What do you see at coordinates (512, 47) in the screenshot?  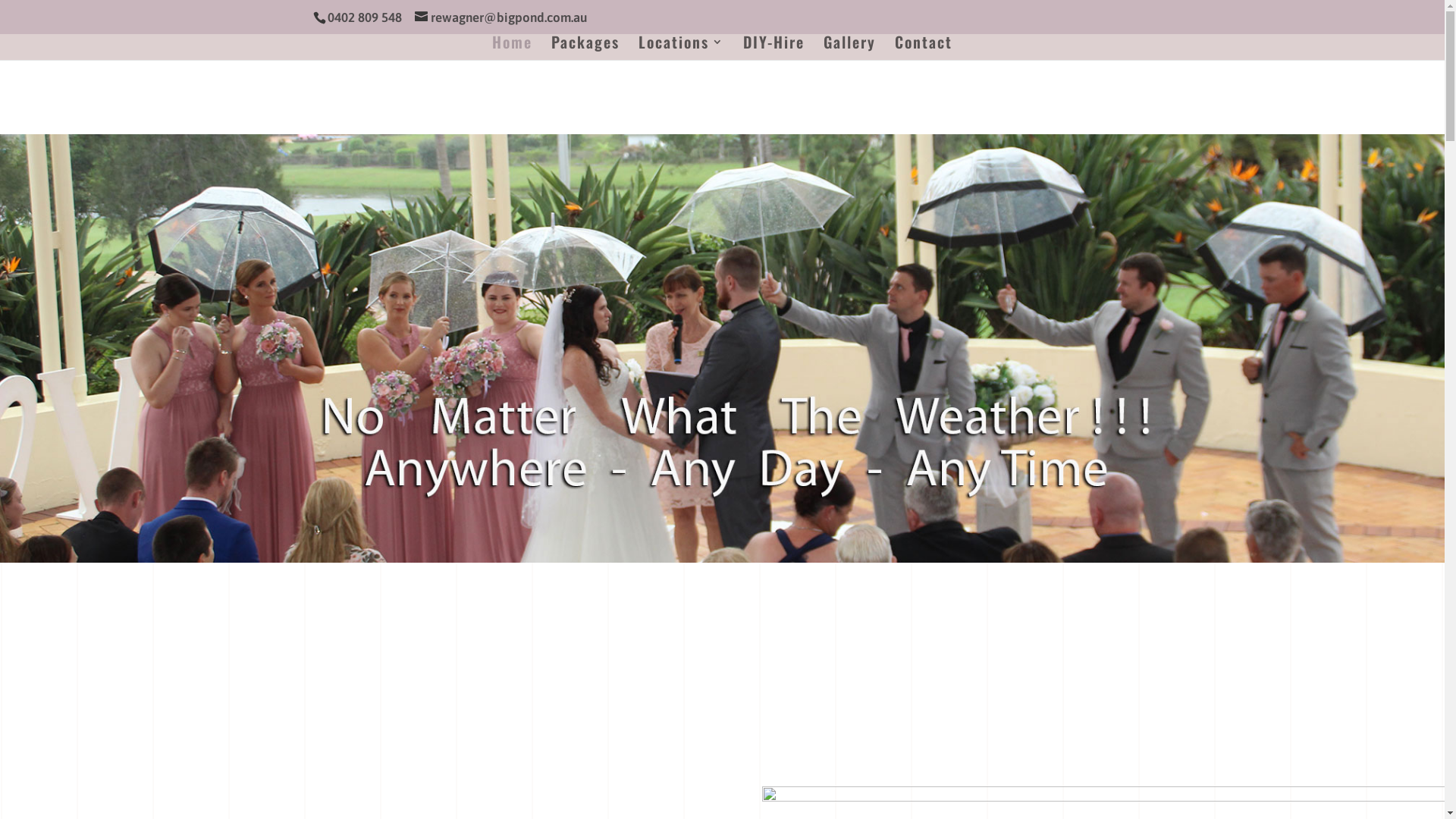 I see `'Home'` at bounding box center [512, 47].